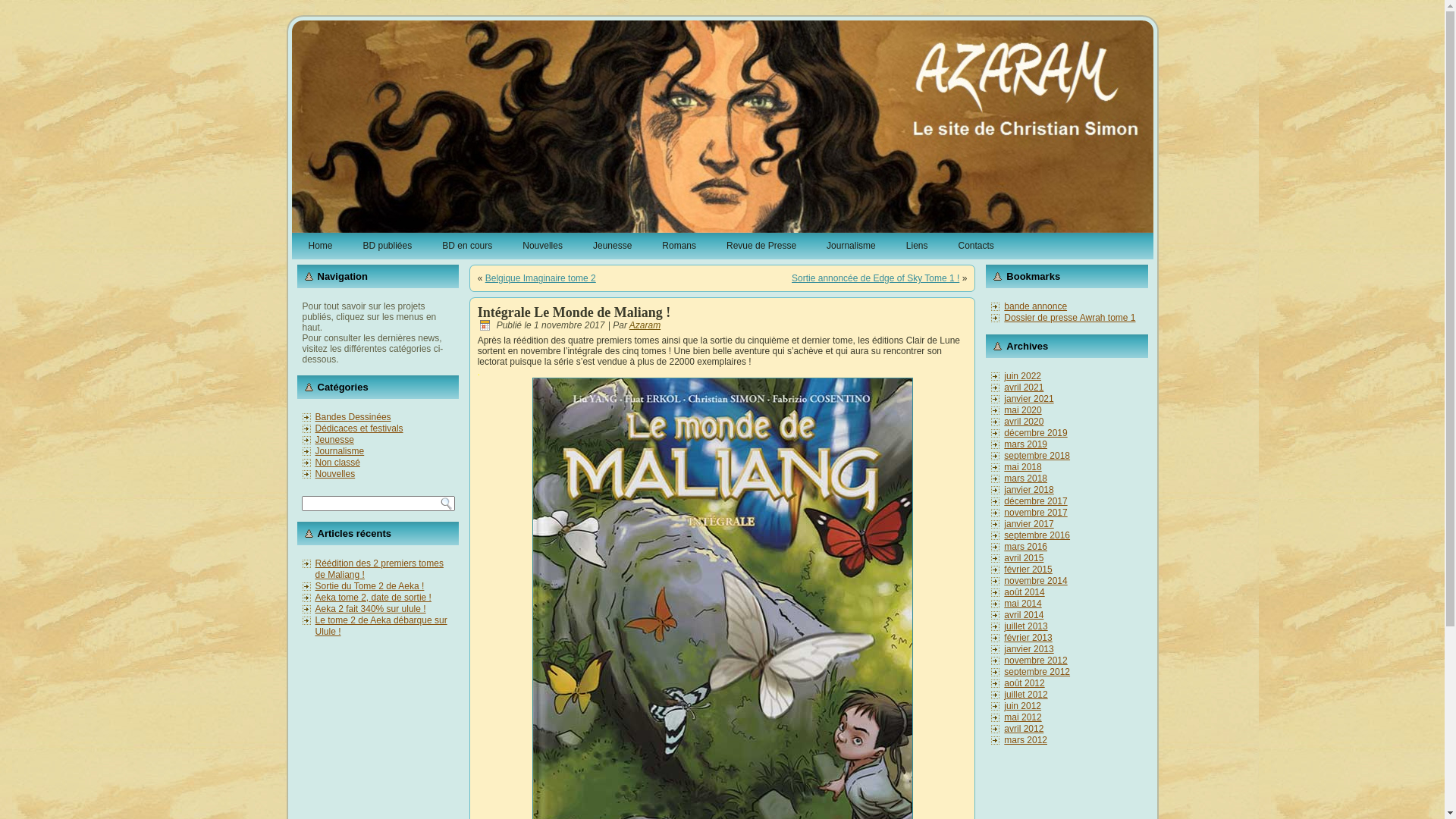 The image size is (1456, 819). I want to click on 'mars 2018', so click(1025, 479).